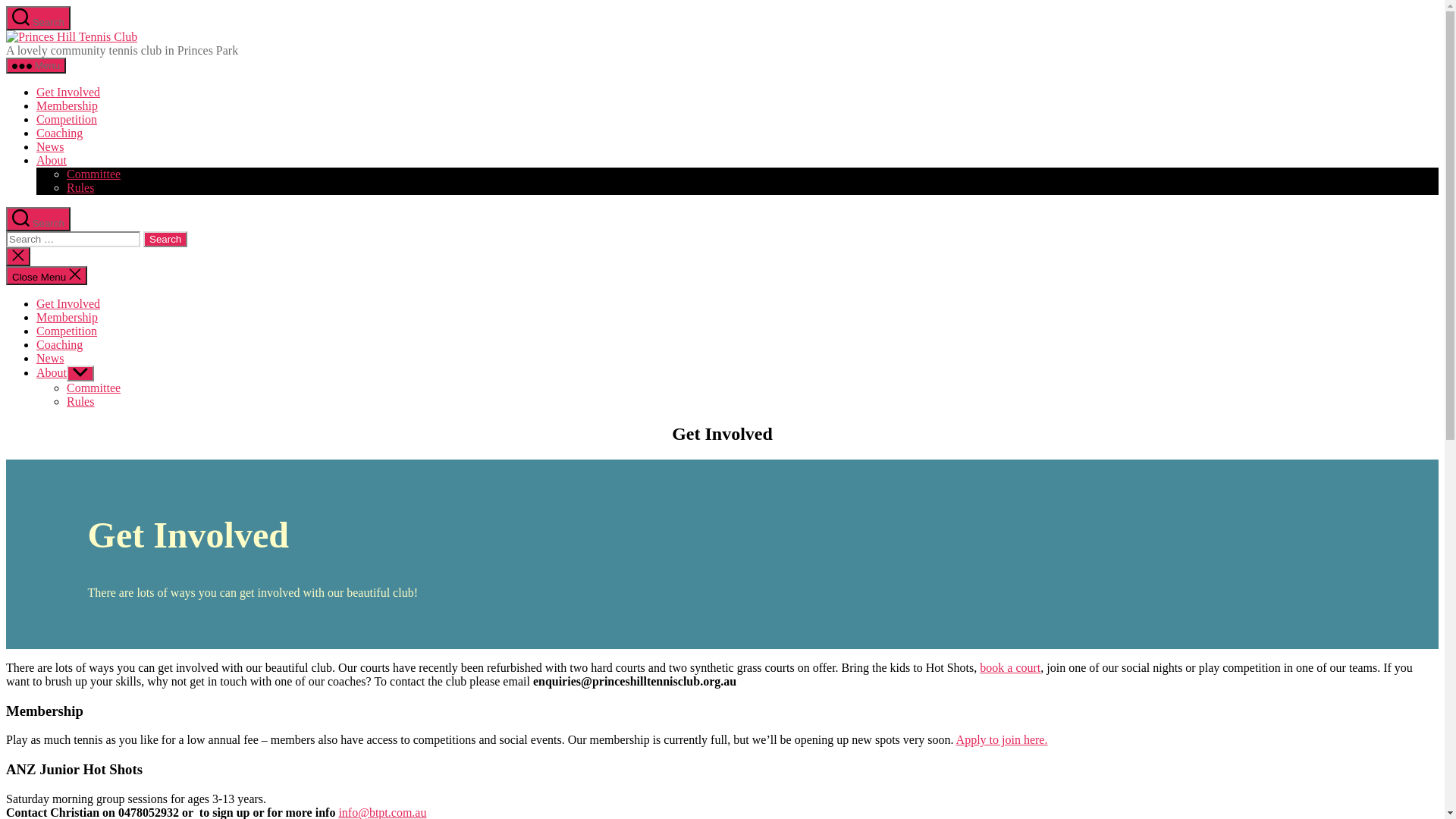  I want to click on 'Membership', so click(66, 316).